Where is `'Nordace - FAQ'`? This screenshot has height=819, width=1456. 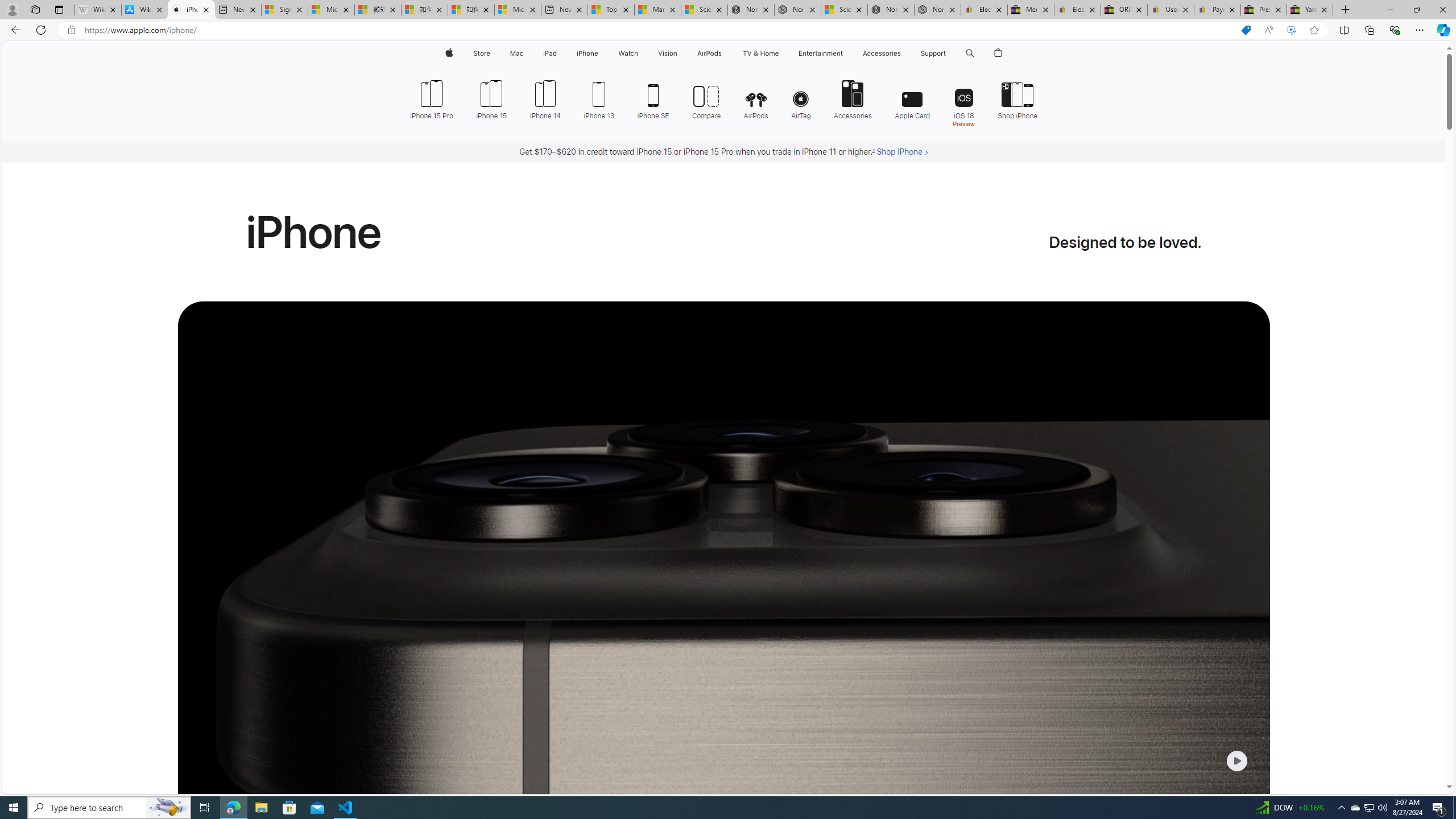 'Nordace - FAQ' is located at coordinates (937, 9).